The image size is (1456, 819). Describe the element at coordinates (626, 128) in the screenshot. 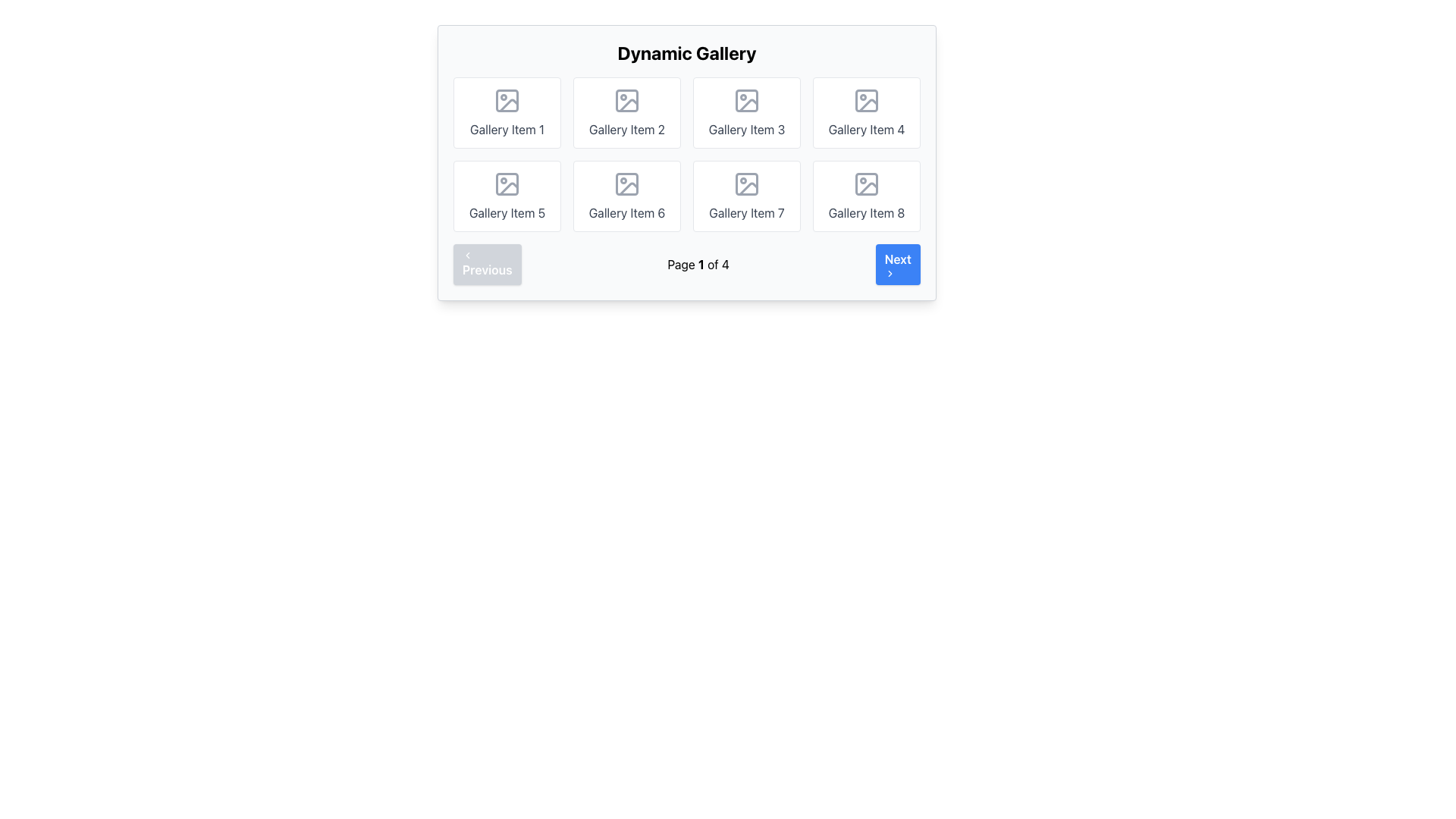

I see `label of the text element styled in gray that reads 'Gallery Item 2', located at the bottom of the second gallery item in the first row of the grid` at that location.